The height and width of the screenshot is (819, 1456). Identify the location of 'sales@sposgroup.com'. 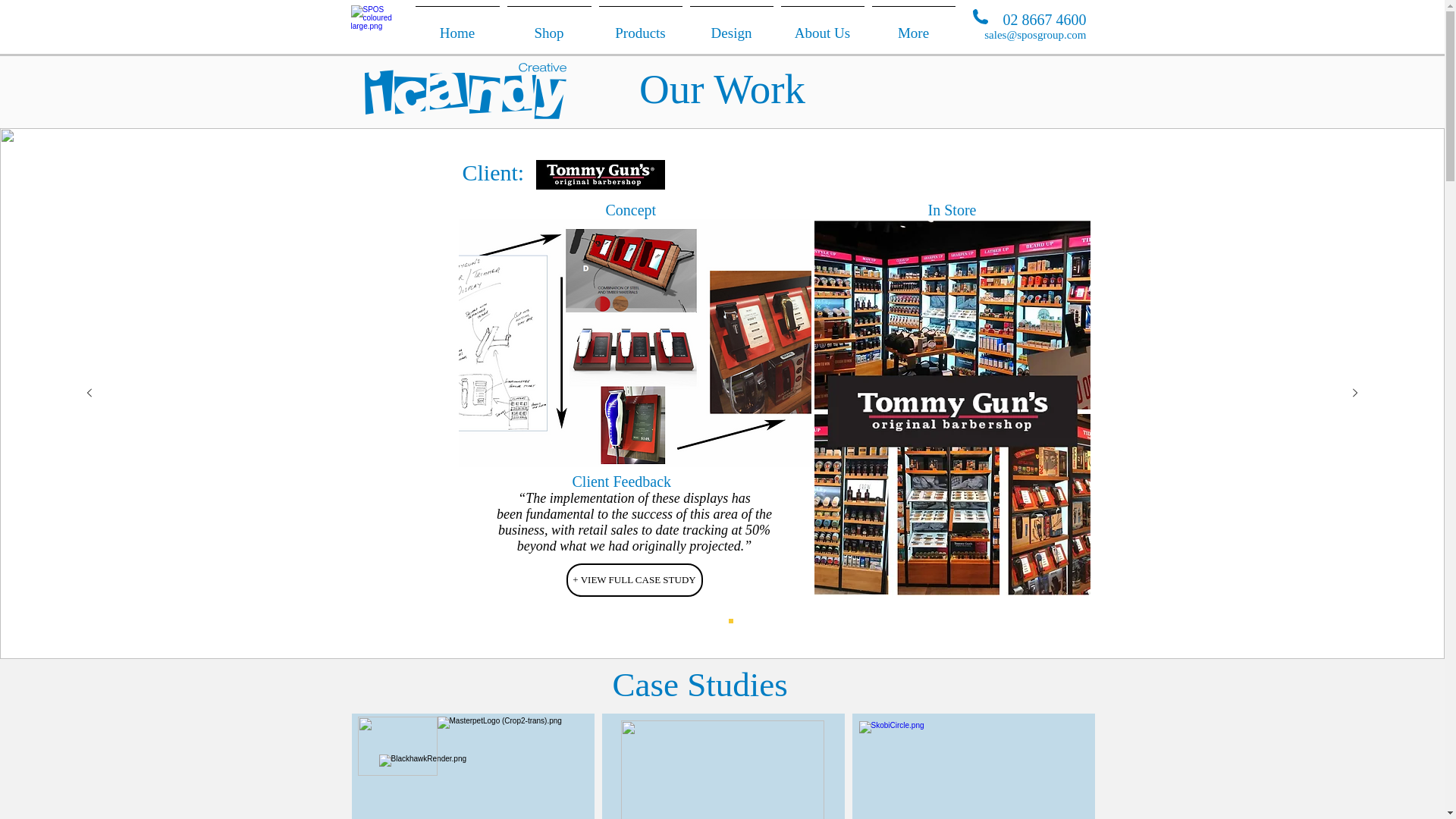
(1034, 34).